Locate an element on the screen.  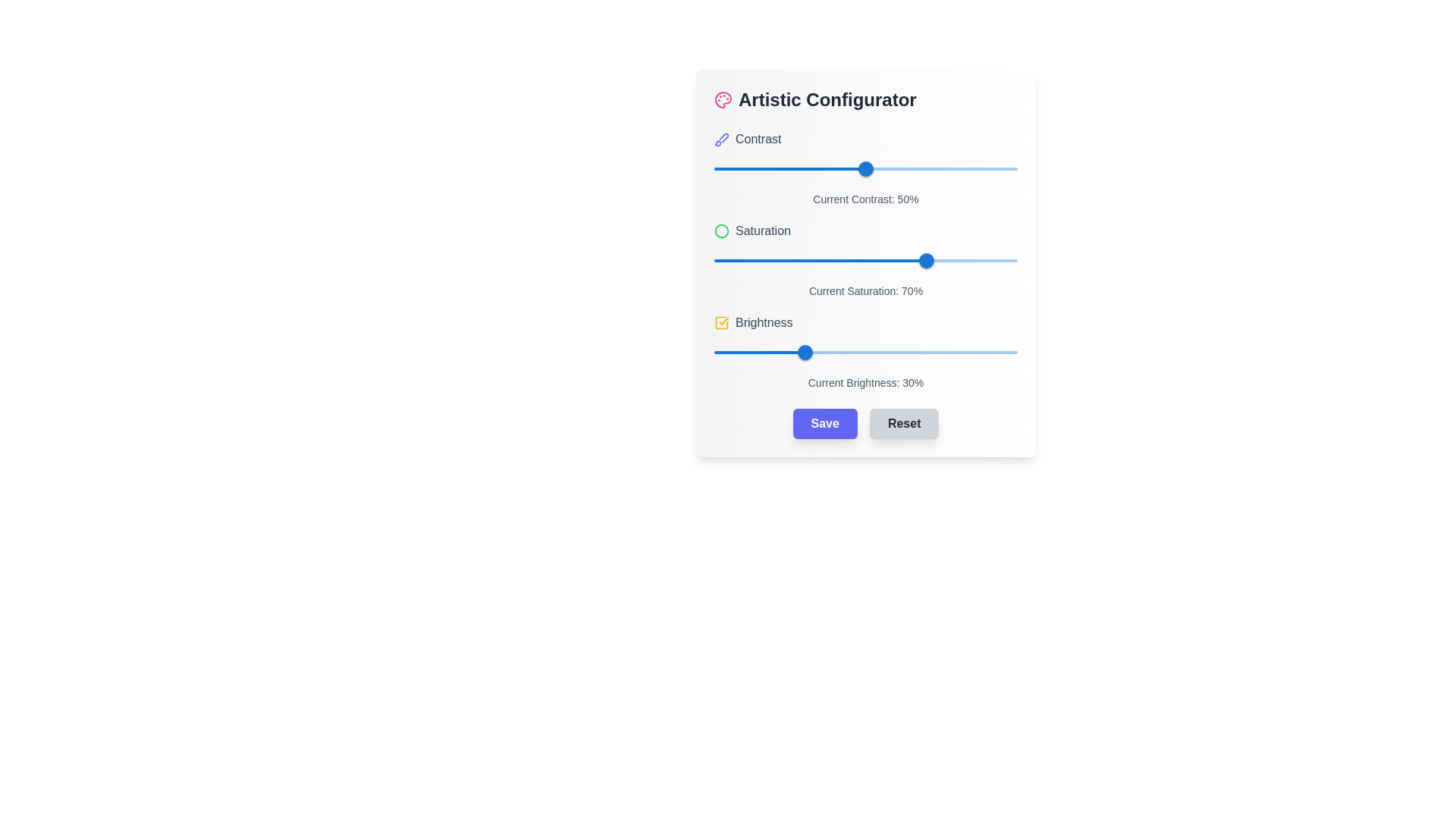
the Circle SVG graphic element that symbolizes the status next to the 'Saturation' text is located at coordinates (720, 231).